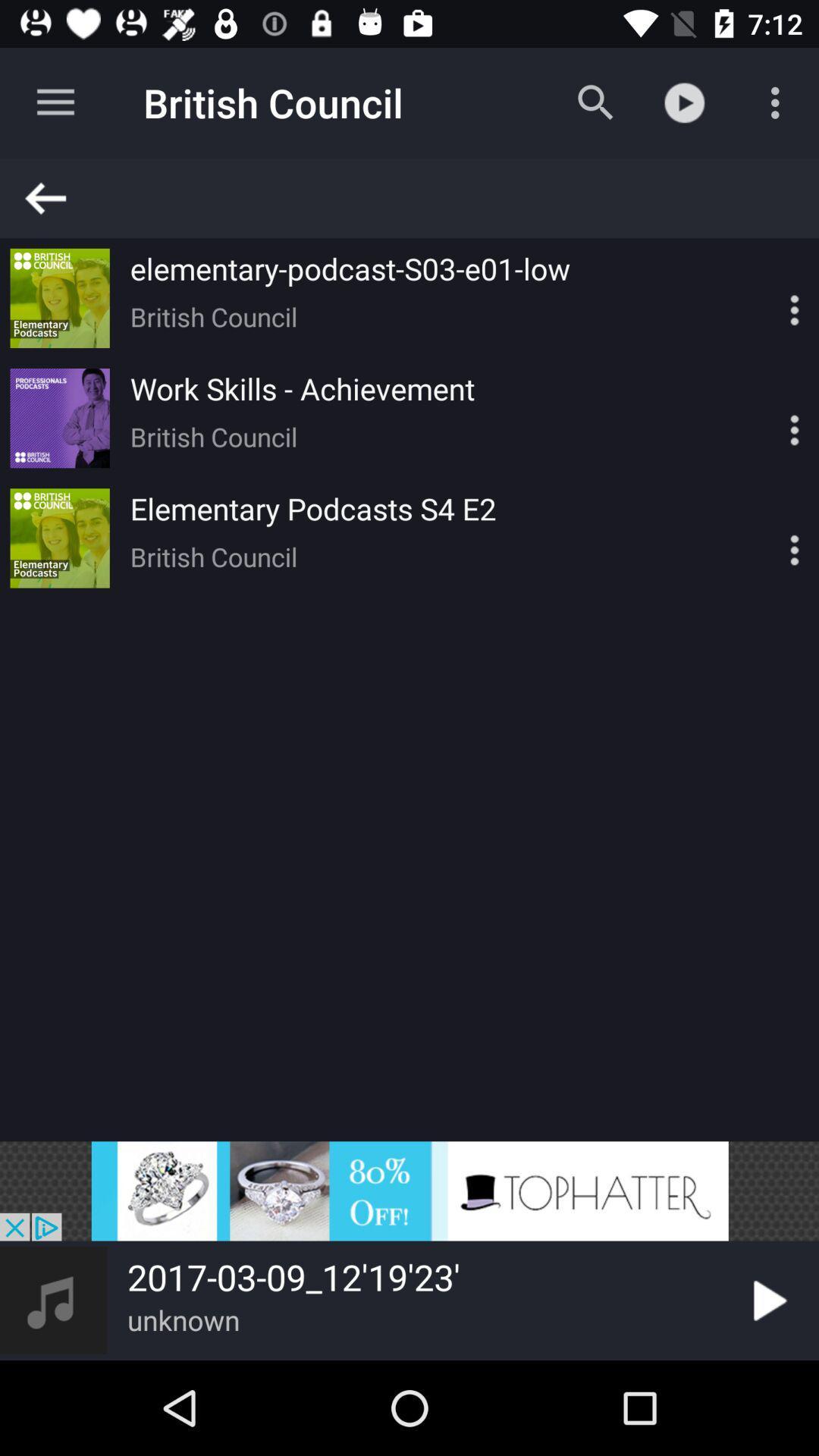 This screenshot has width=819, height=1456. I want to click on options, so click(768, 538).